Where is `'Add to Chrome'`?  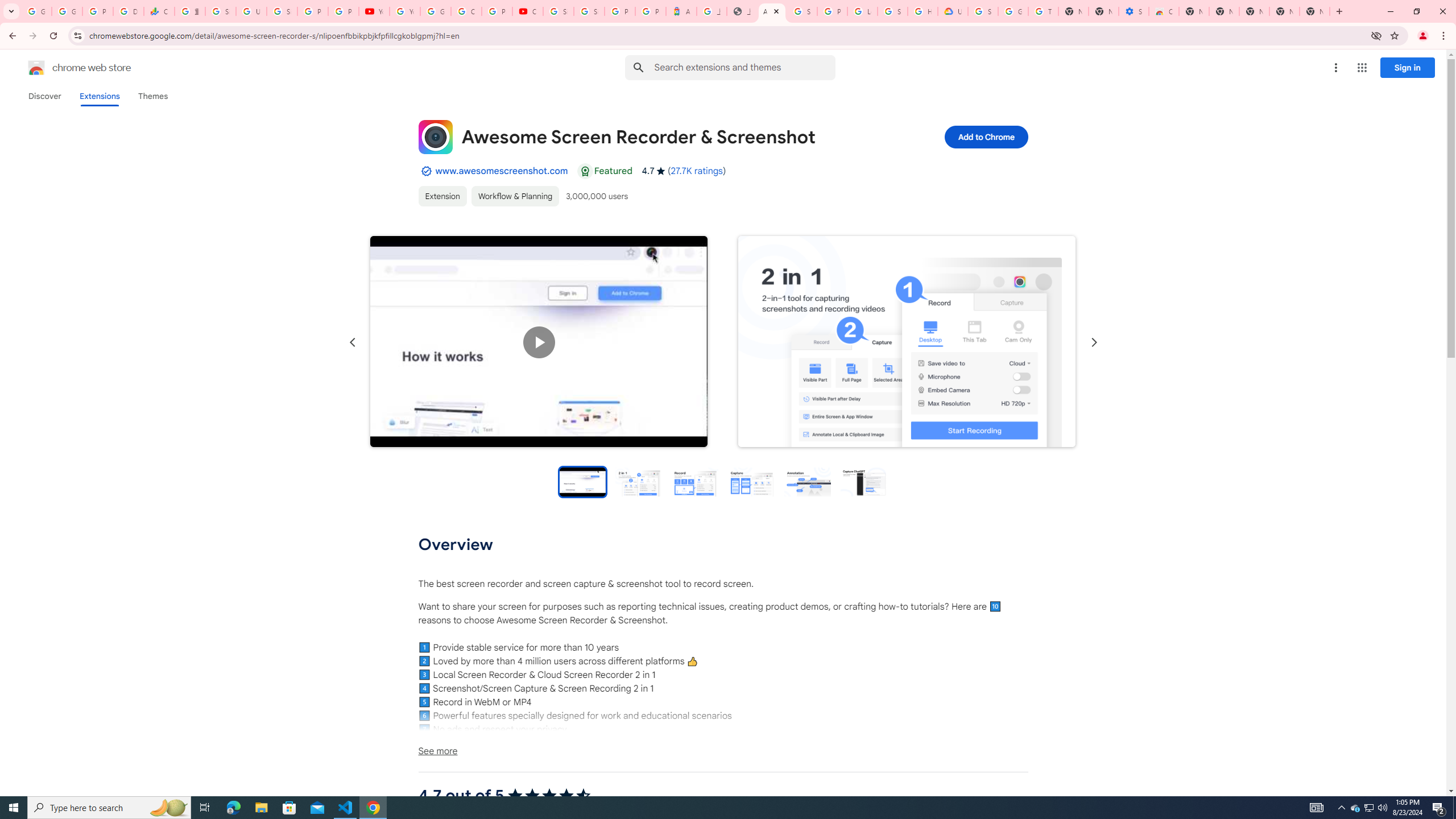 'Add to Chrome' is located at coordinates (985, 136).